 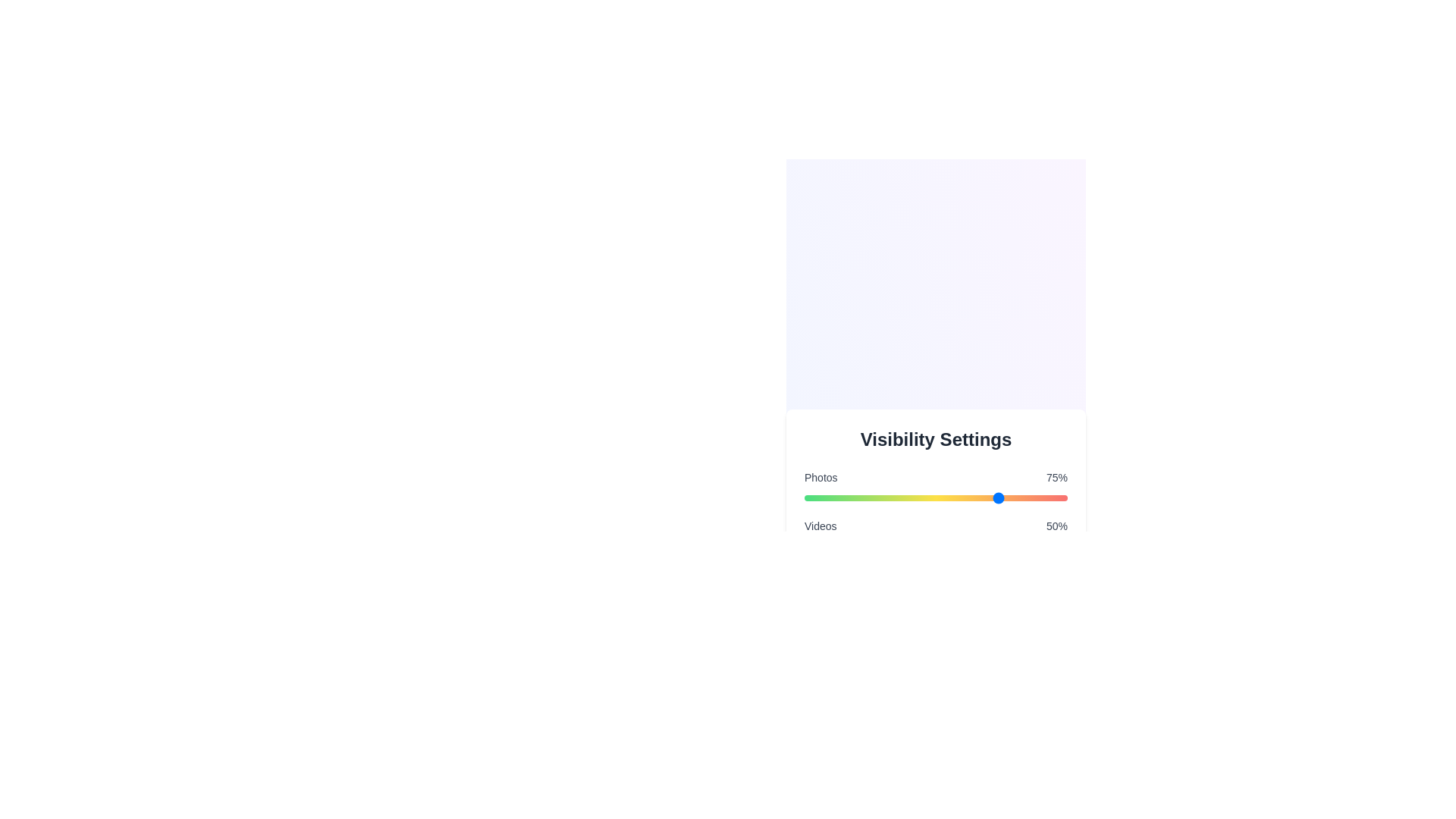 What do you see at coordinates (964, 497) in the screenshot?
I see `the visibility percentage for a category by setting the slider to 61` at bounding box center [964, 497].